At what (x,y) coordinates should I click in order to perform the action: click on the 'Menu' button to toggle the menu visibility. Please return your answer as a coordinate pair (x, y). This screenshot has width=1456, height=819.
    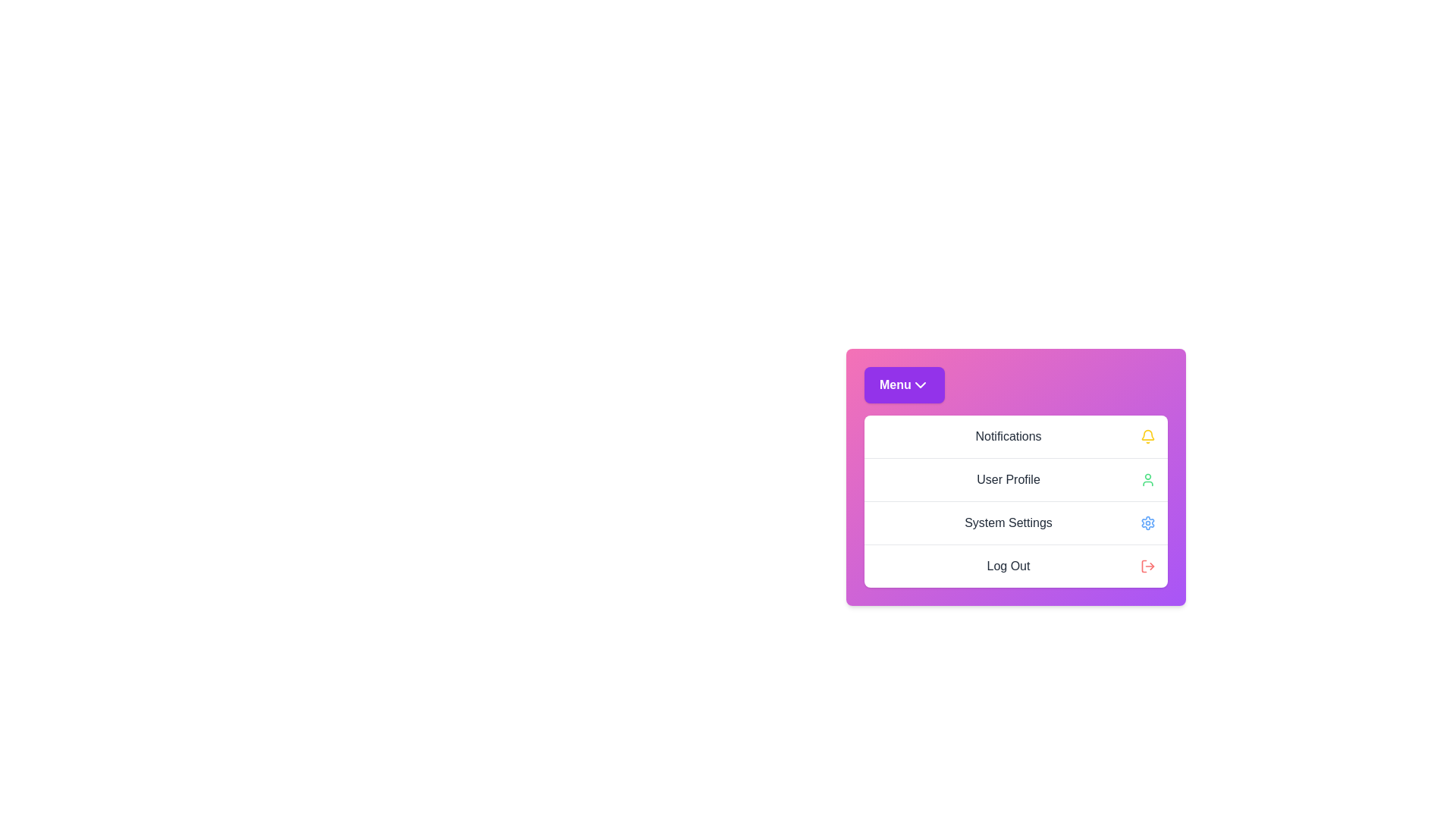
    Looking at the image, I should click on (904, 384).